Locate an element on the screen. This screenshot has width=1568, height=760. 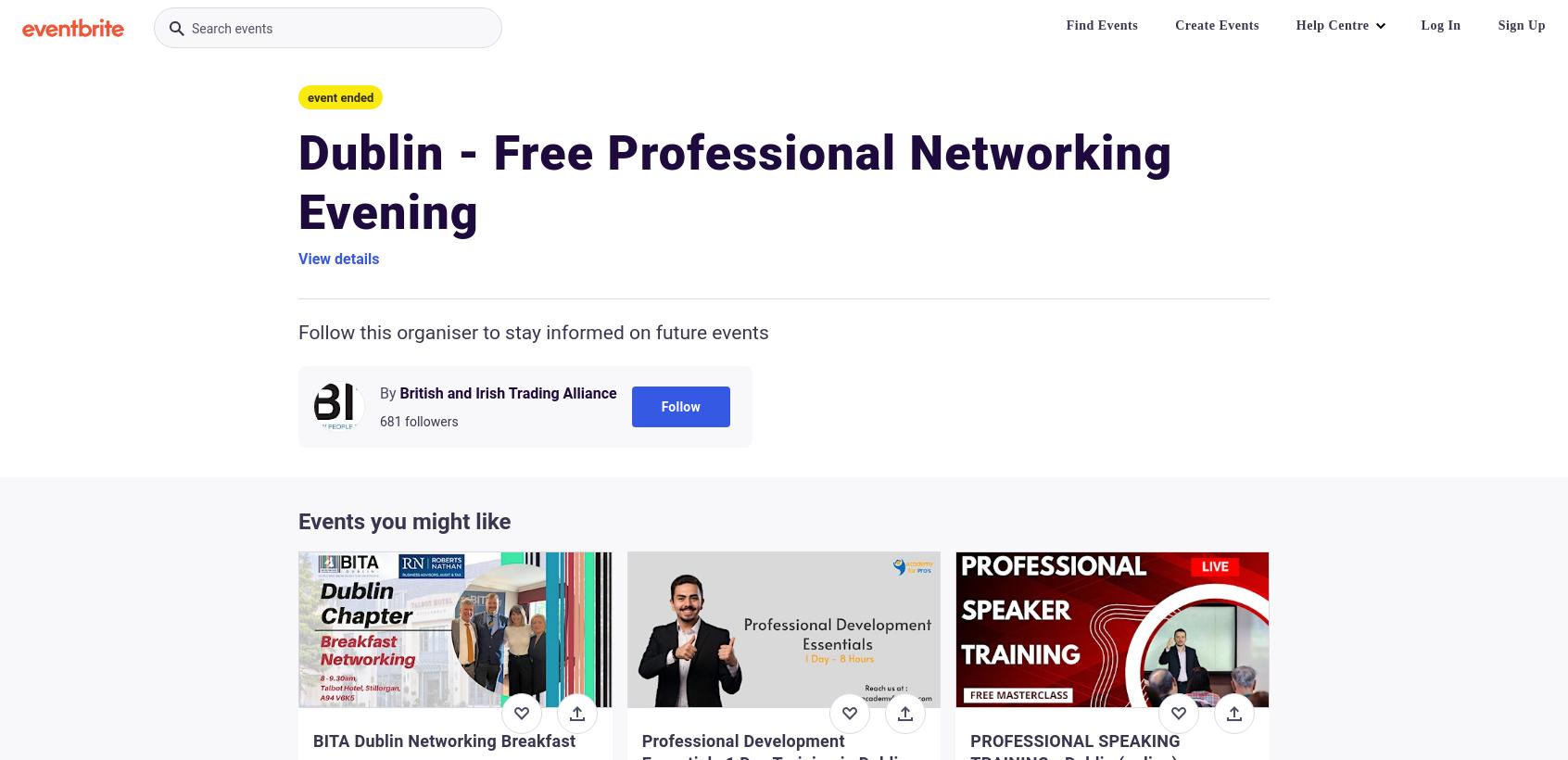
'Help Centre' is located at coordinates (1295, 24).